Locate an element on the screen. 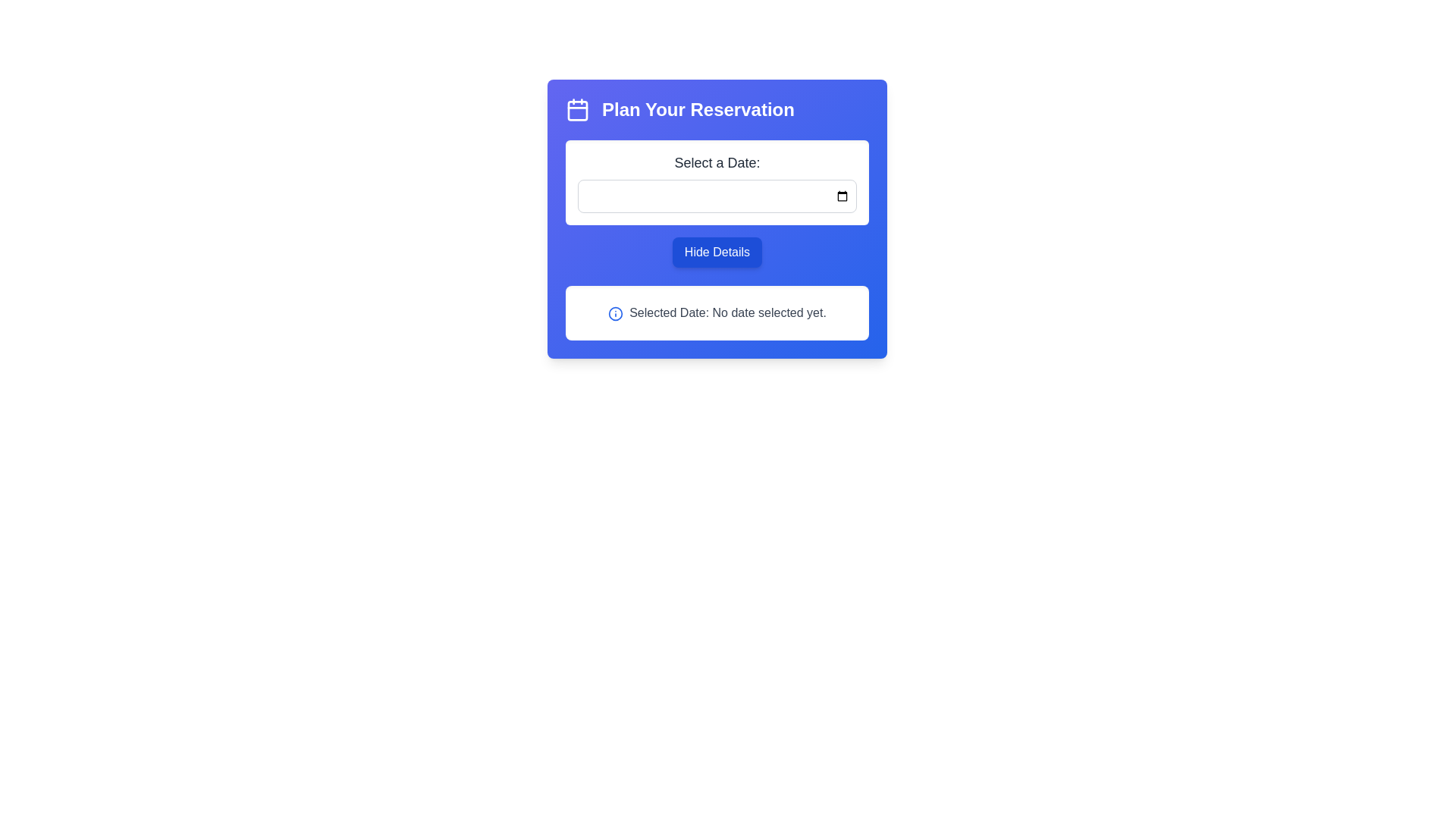 The width and height of the screenshot is (1456, 819). the central rectangular shape inside the calendar icon, which visually represents the calendar's body in the 'Plan Your Reservation' section is located at coordinates (577, 110).